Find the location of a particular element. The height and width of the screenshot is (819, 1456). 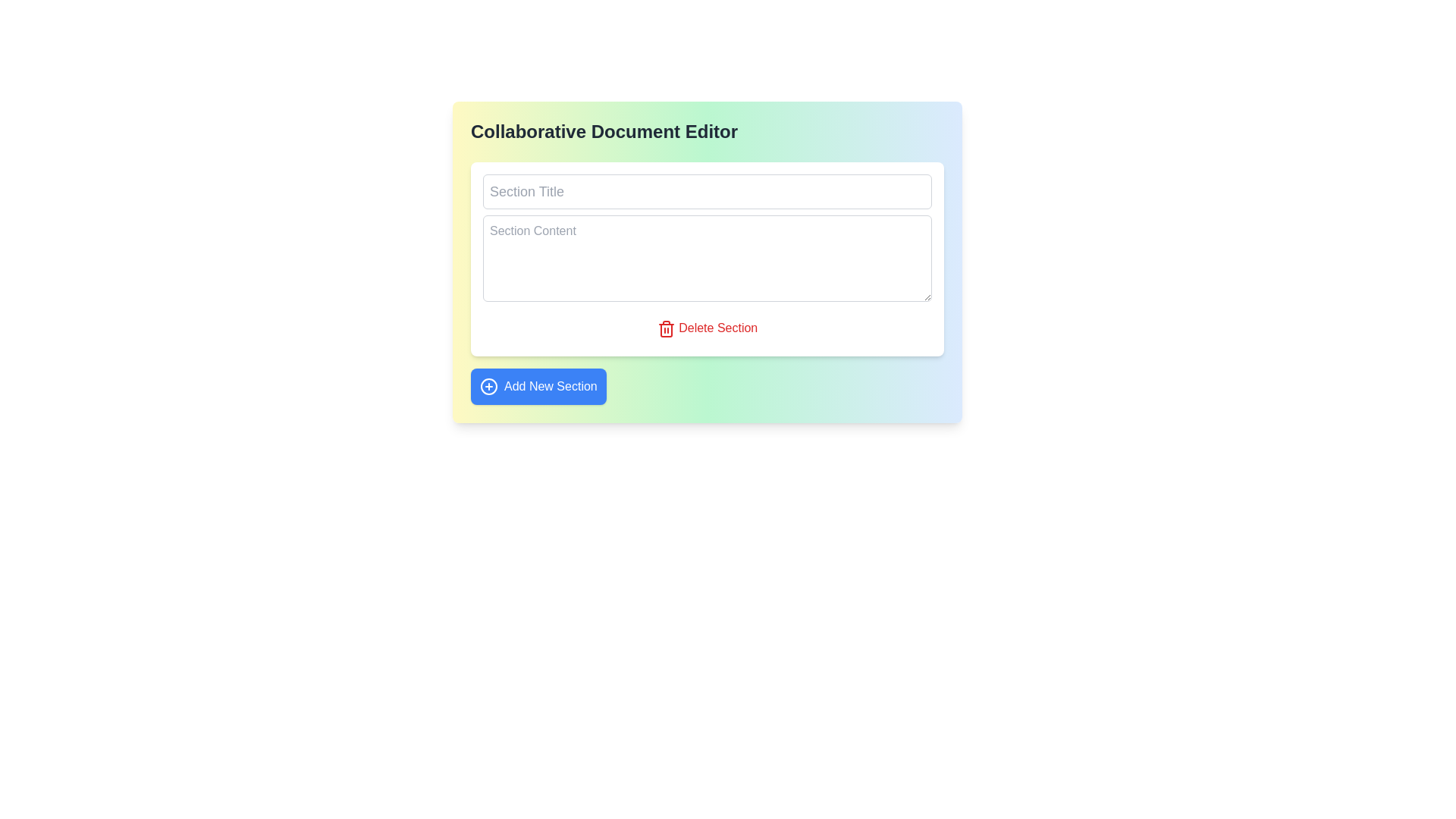

the red-colored button labeled 'Delete Section' with a trashcan icon to trigger the color change effect is located at coordinates (706, 328).